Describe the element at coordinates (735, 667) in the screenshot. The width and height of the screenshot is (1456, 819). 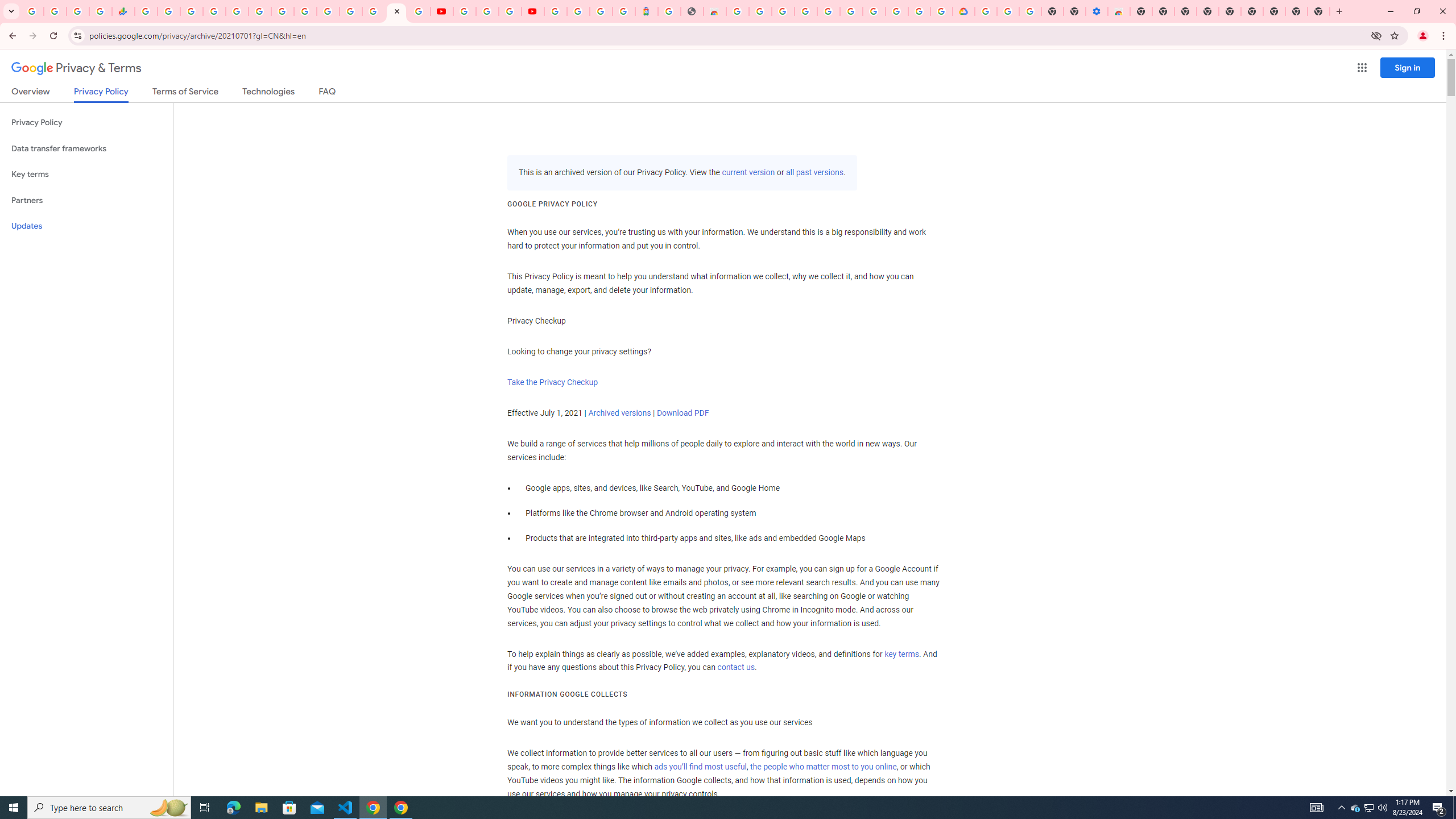
I see `'contact us'` at that location.